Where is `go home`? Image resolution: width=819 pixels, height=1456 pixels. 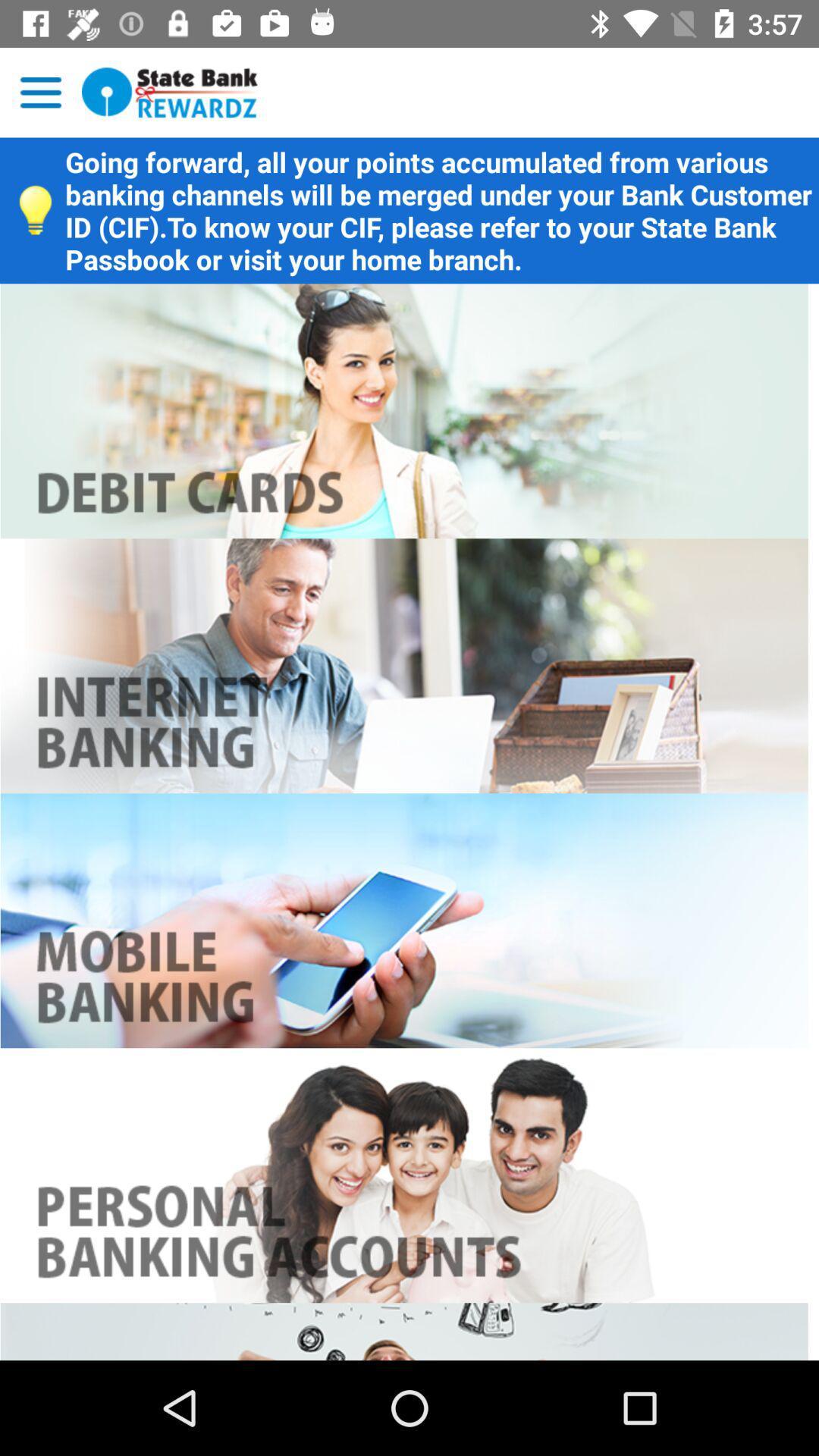 go home is located at coordinates (170, 92).